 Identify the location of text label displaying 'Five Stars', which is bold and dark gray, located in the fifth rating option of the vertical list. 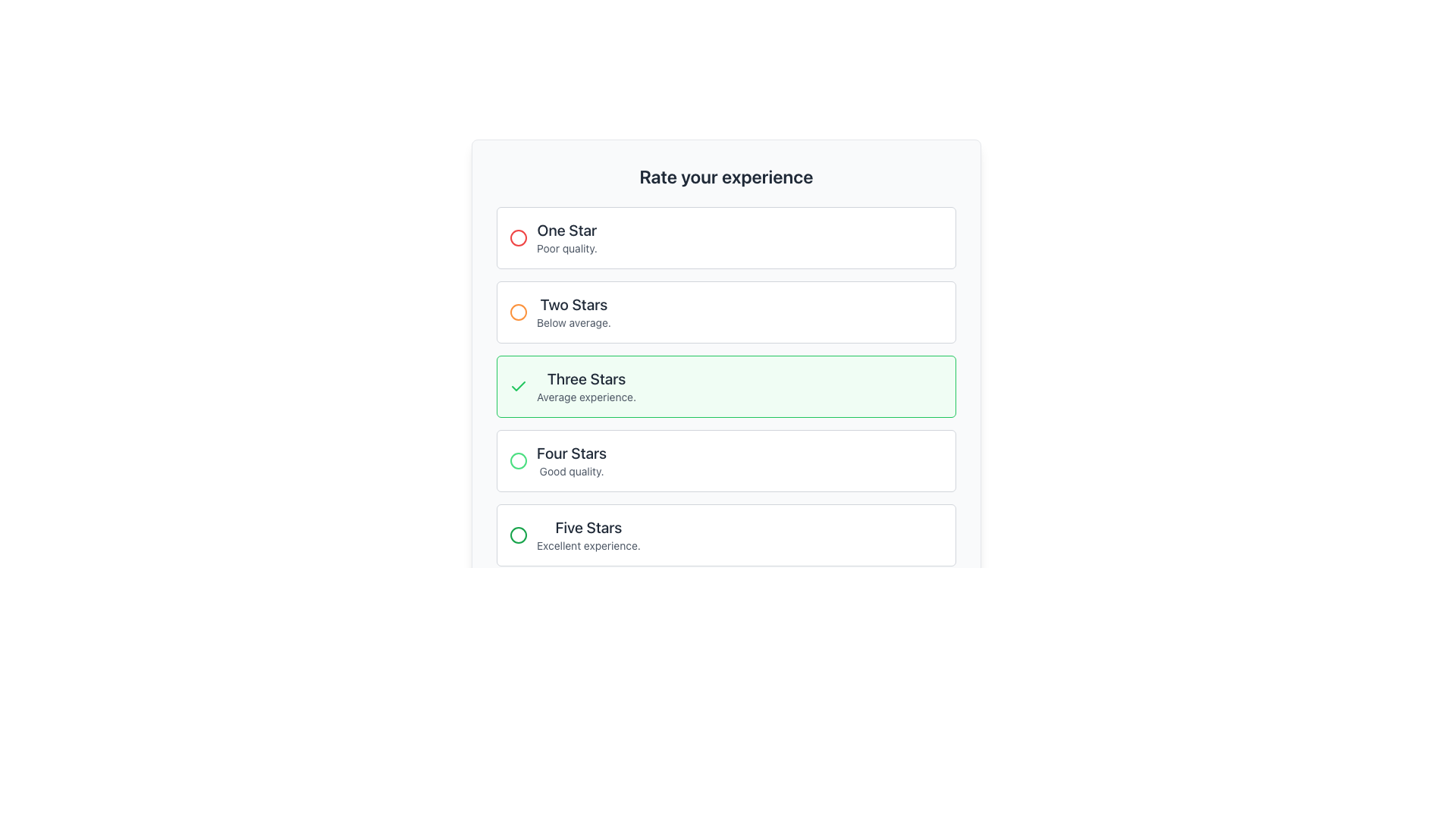
(588, 526).